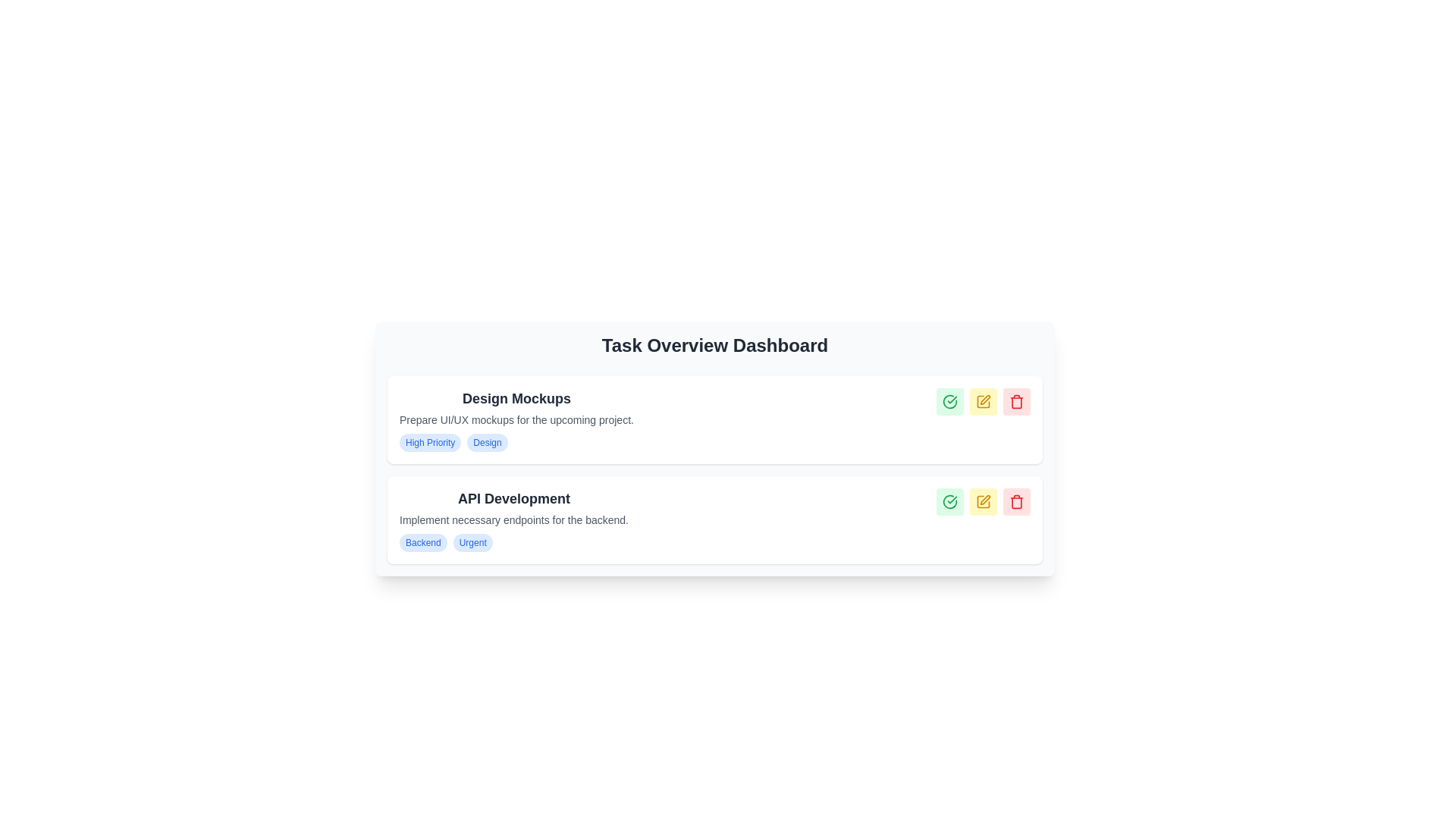 Image resolution: width=1456 pixels, height=819 pixels. I want to click on the green circular button with a checkmark icon located in the action bar of the 'API Development' section, which is the first icon in a row of three, so click(949, 502).